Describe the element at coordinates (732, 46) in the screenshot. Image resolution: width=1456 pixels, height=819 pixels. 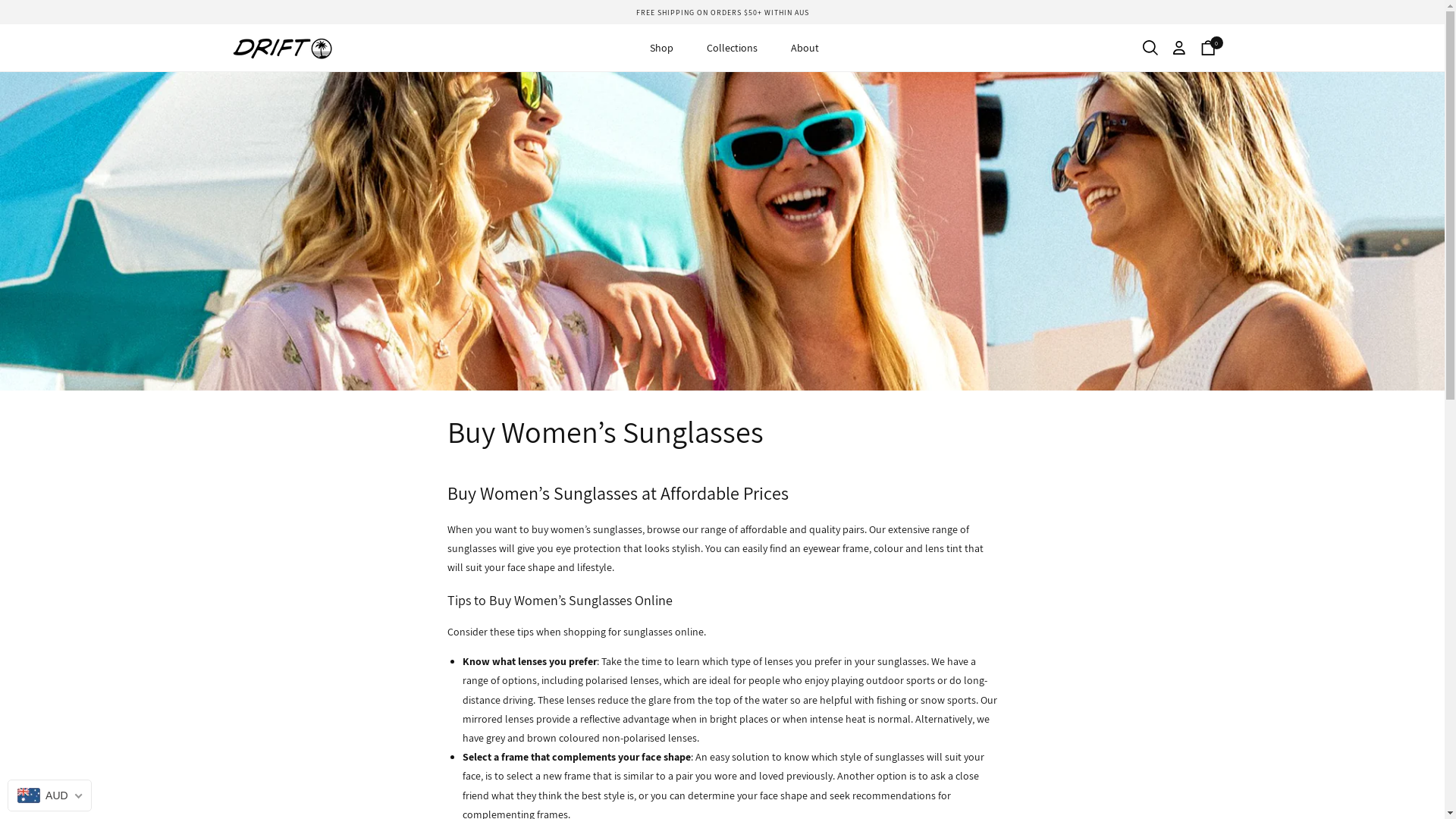
I see `'Collections'` at that location.